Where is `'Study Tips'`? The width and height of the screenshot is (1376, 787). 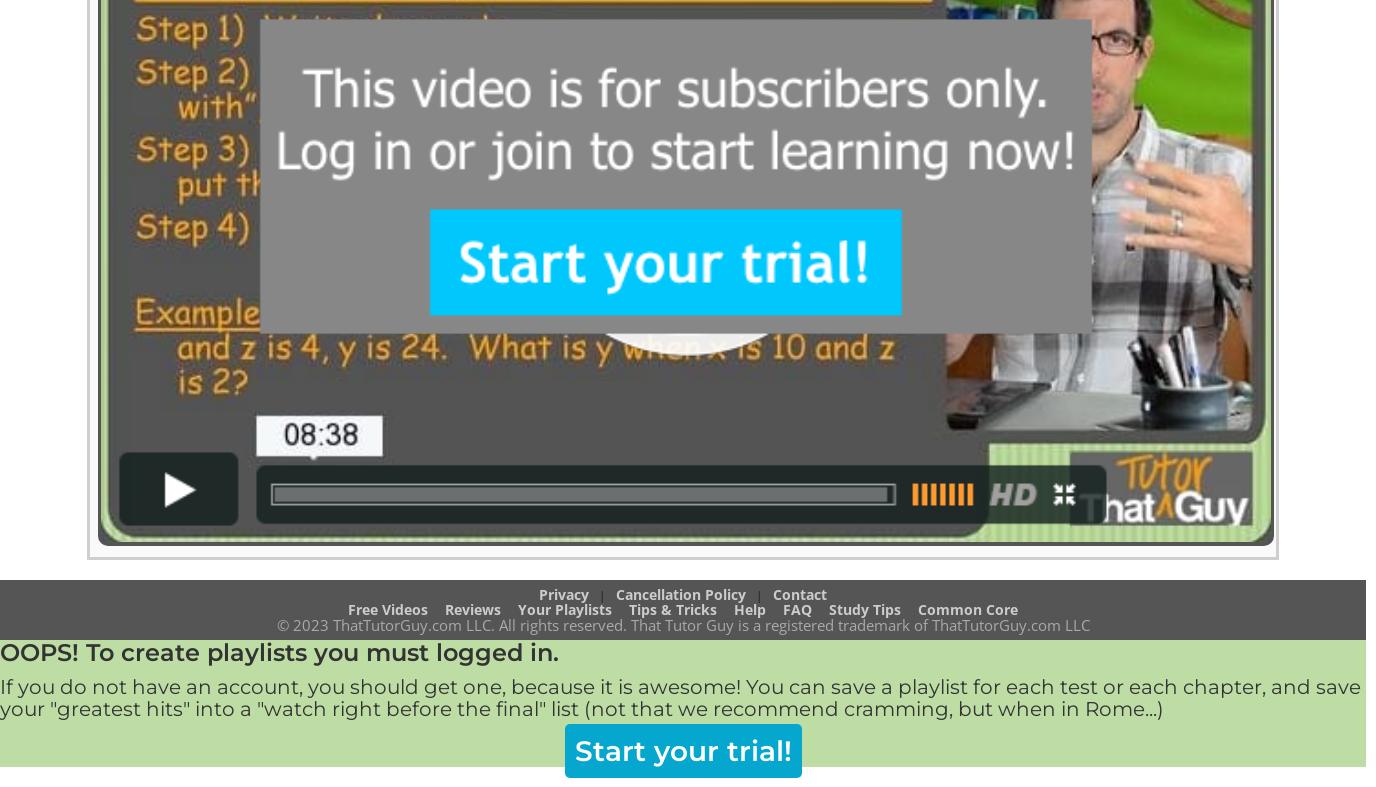 'Study Tips' is located at coordinates (828, 607).